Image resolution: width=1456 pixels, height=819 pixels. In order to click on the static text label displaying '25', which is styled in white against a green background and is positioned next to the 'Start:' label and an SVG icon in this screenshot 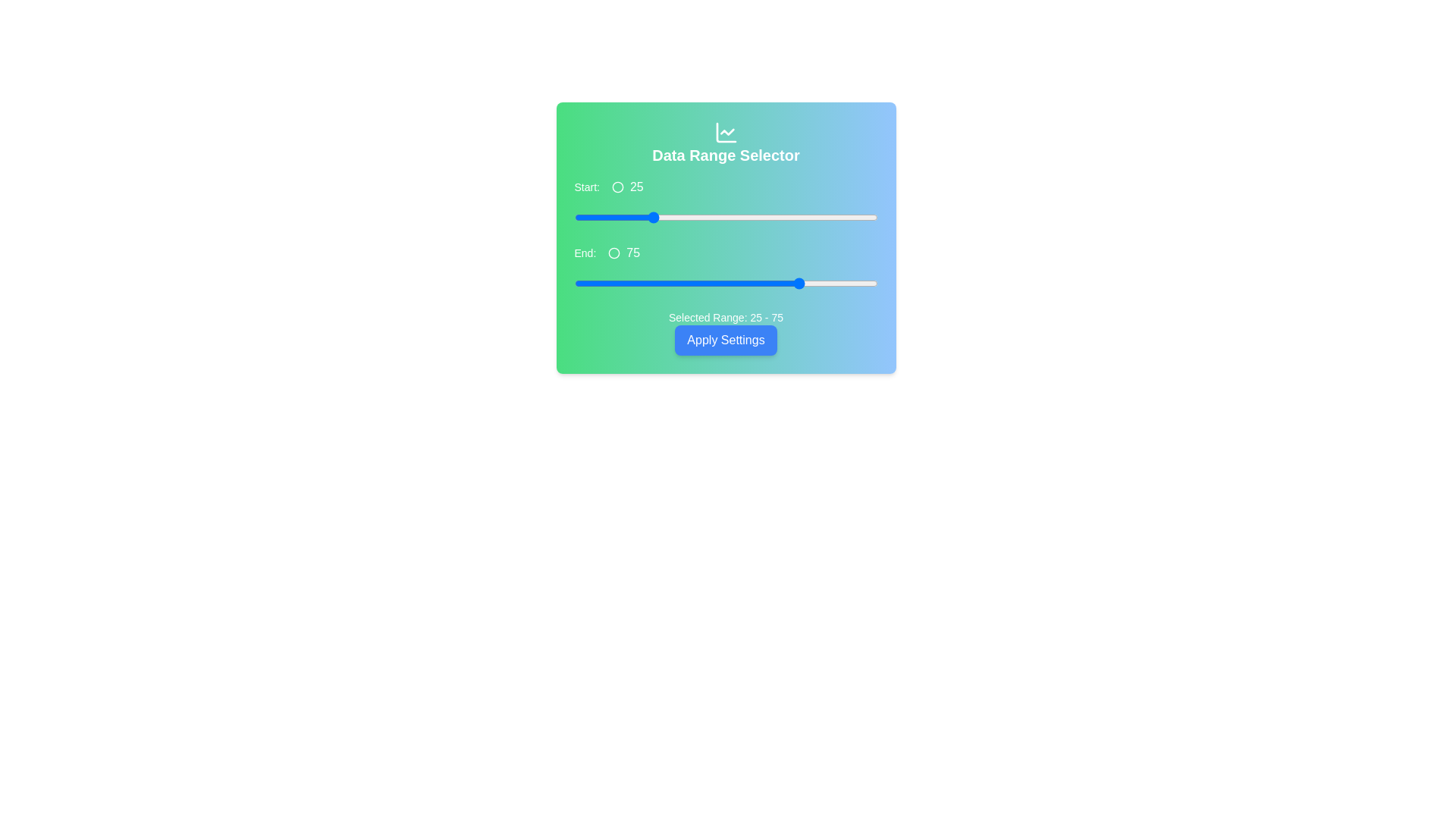, I will do `click(636, 186)`.